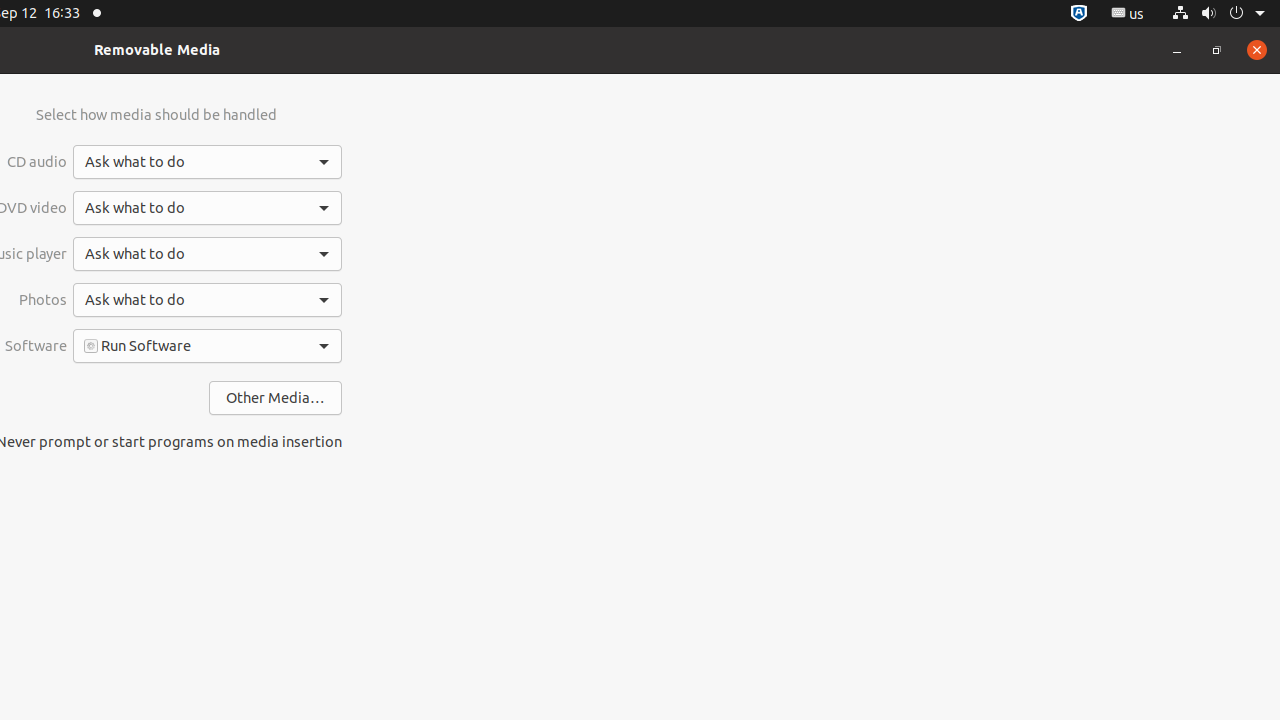 This screenshot has width=1280, height=720. What do you see at coordinates (1176, 48) in the screenshot?
I see `'Minimize'` at bounding box center [1176, 48].